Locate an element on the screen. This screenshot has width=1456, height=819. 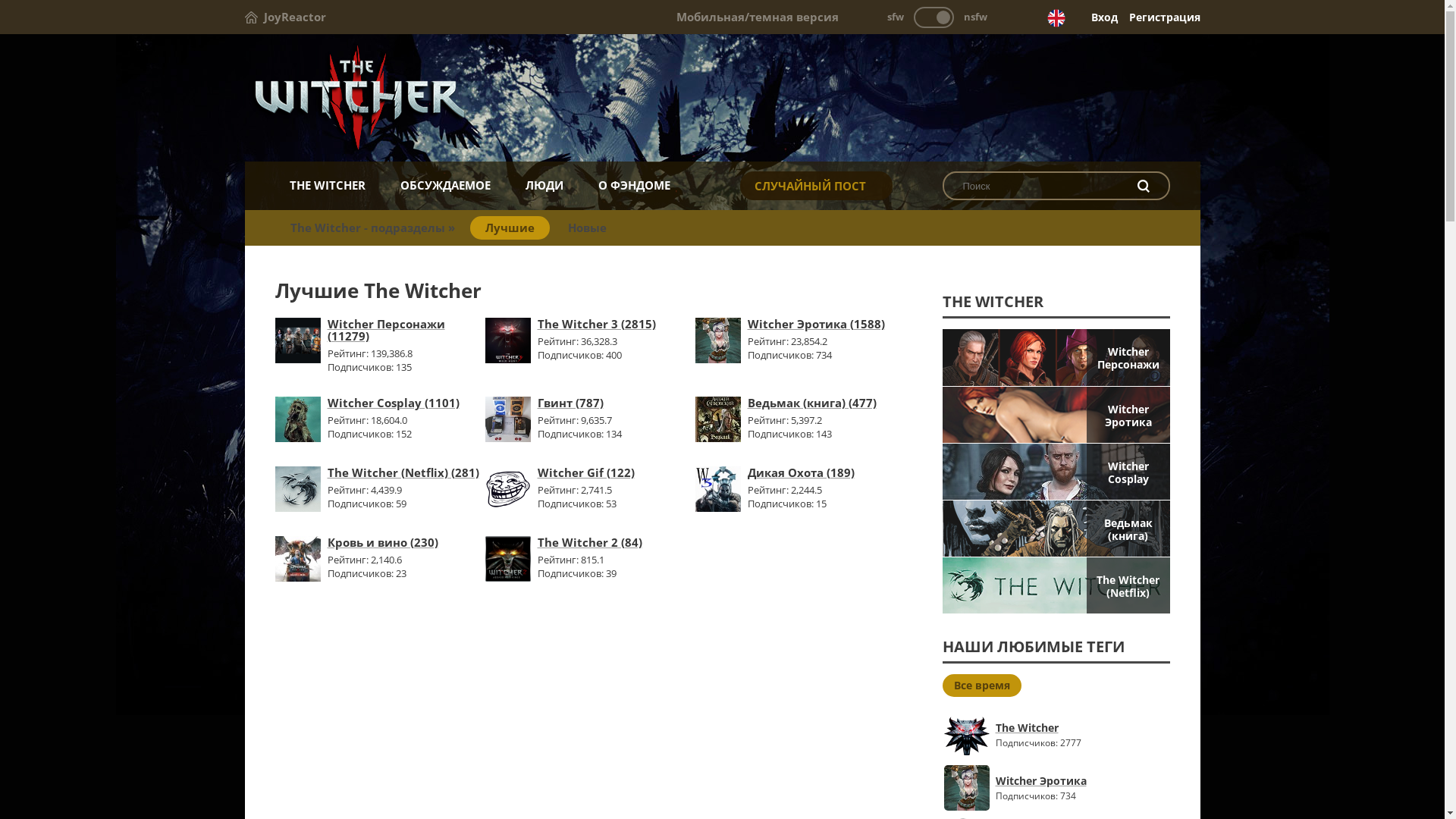
'The Witcher 2 (84)' is located at coordinates (588, 541).